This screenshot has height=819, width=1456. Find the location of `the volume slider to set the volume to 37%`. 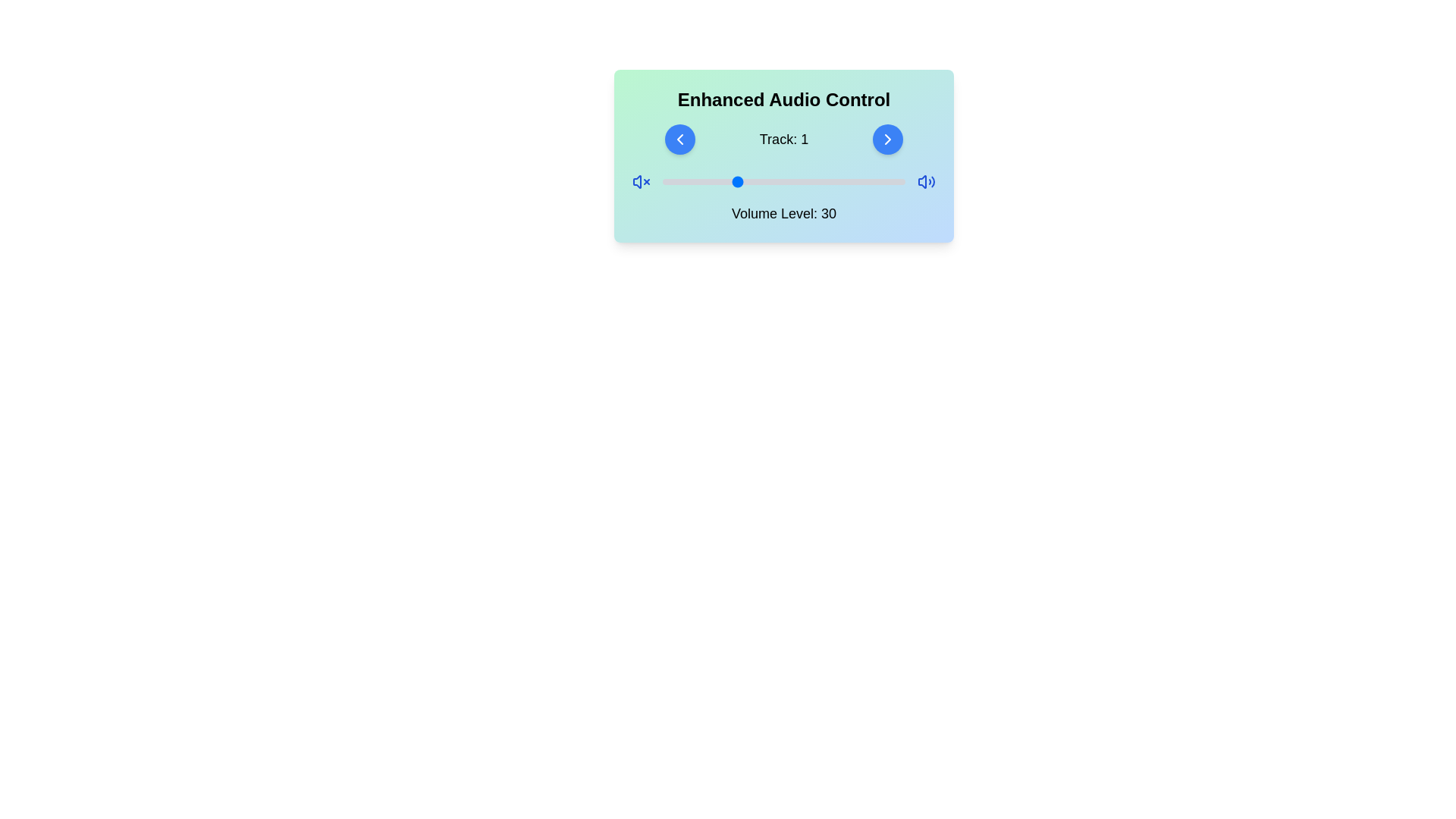

the volume slider to set the volume to 37% is located at coordinates (752, 180).